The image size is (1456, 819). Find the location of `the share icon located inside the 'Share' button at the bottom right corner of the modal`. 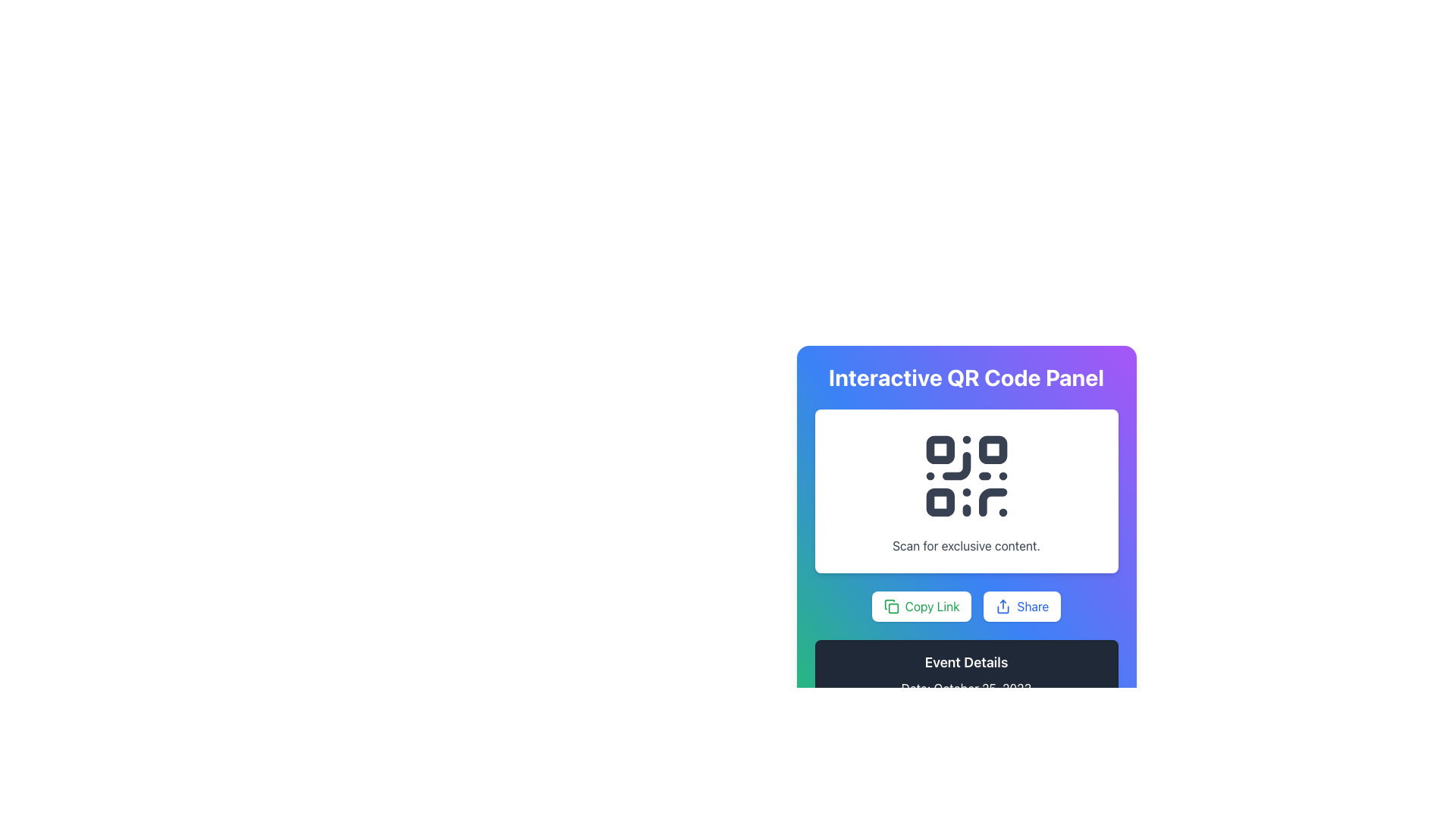

the share icon located inside the 'Share' button at the bottom right corner of the modal is located at coordinates (1003, 605).